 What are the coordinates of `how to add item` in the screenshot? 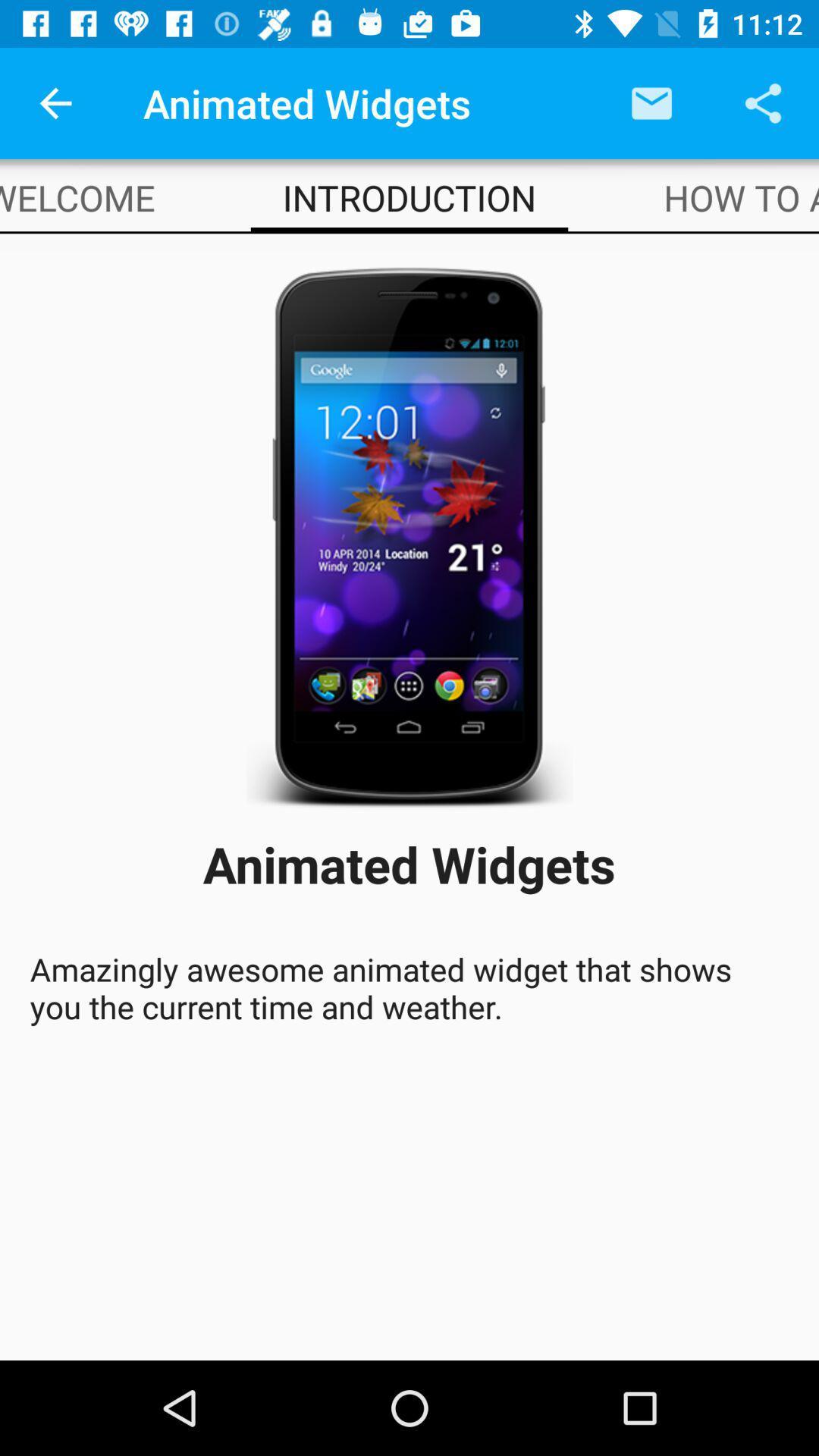 It's located at (740, 196).